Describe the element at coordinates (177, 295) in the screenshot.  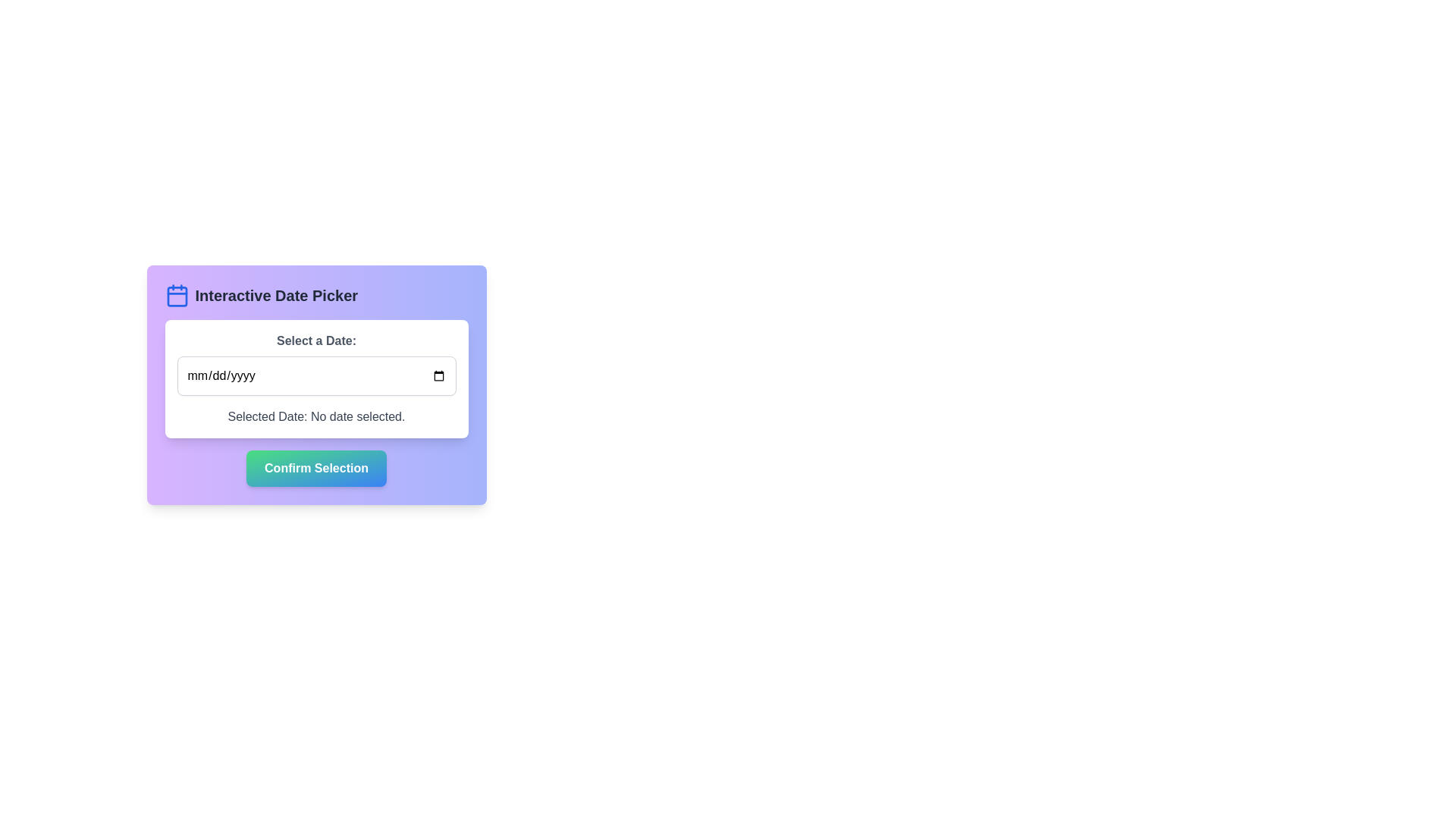
I see `the blue calendar icon, which is styled with a modern outline design and located to the left of the header text 'Interactive Date Picker' in a purple gradient box` at that location.